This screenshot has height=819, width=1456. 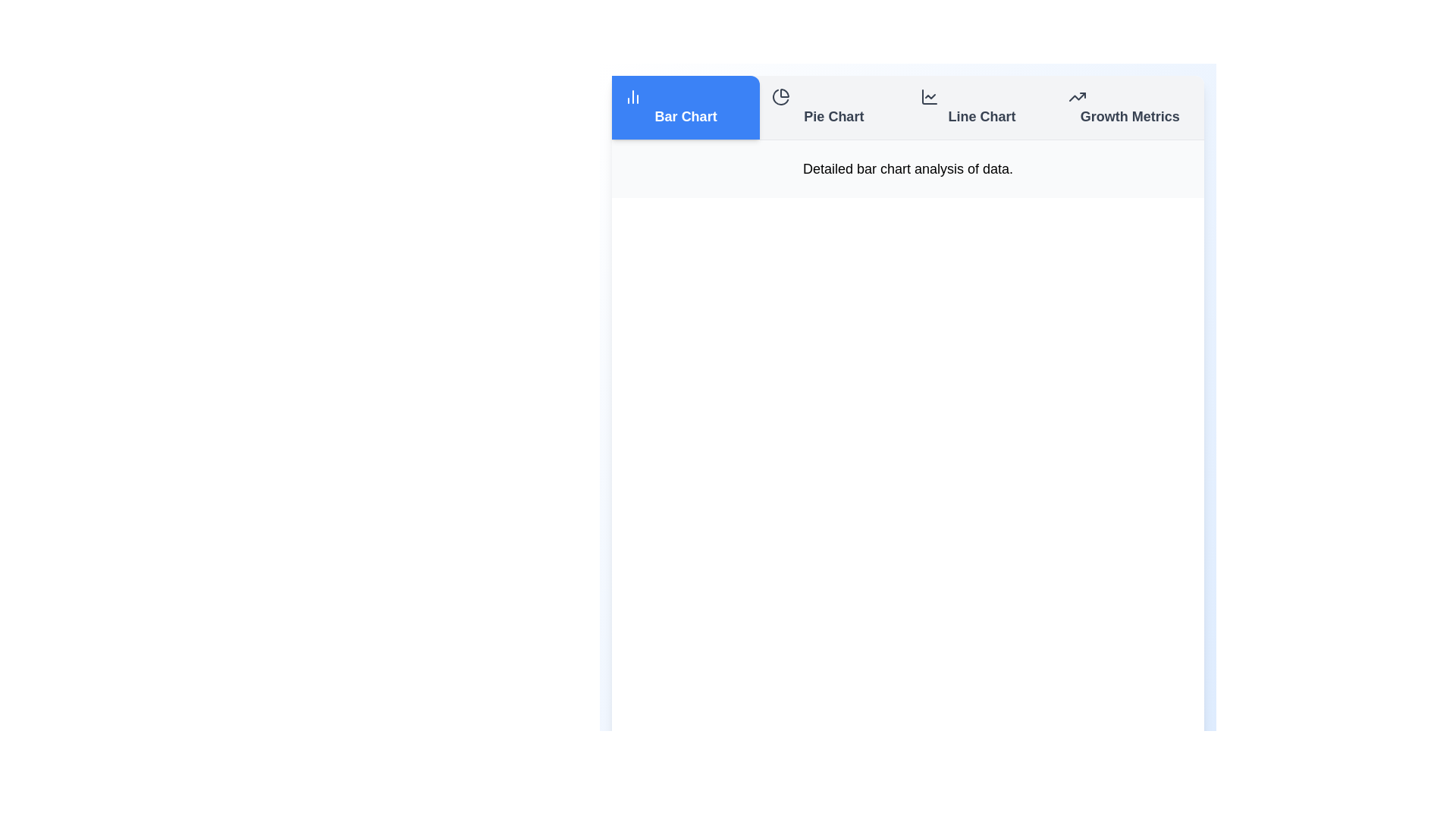 What do you see at coordinates (982, 107) in the screenshot?
I see `the chart type Line Chart by clicking the corresponding tab button` at bounding box center [982, 107].